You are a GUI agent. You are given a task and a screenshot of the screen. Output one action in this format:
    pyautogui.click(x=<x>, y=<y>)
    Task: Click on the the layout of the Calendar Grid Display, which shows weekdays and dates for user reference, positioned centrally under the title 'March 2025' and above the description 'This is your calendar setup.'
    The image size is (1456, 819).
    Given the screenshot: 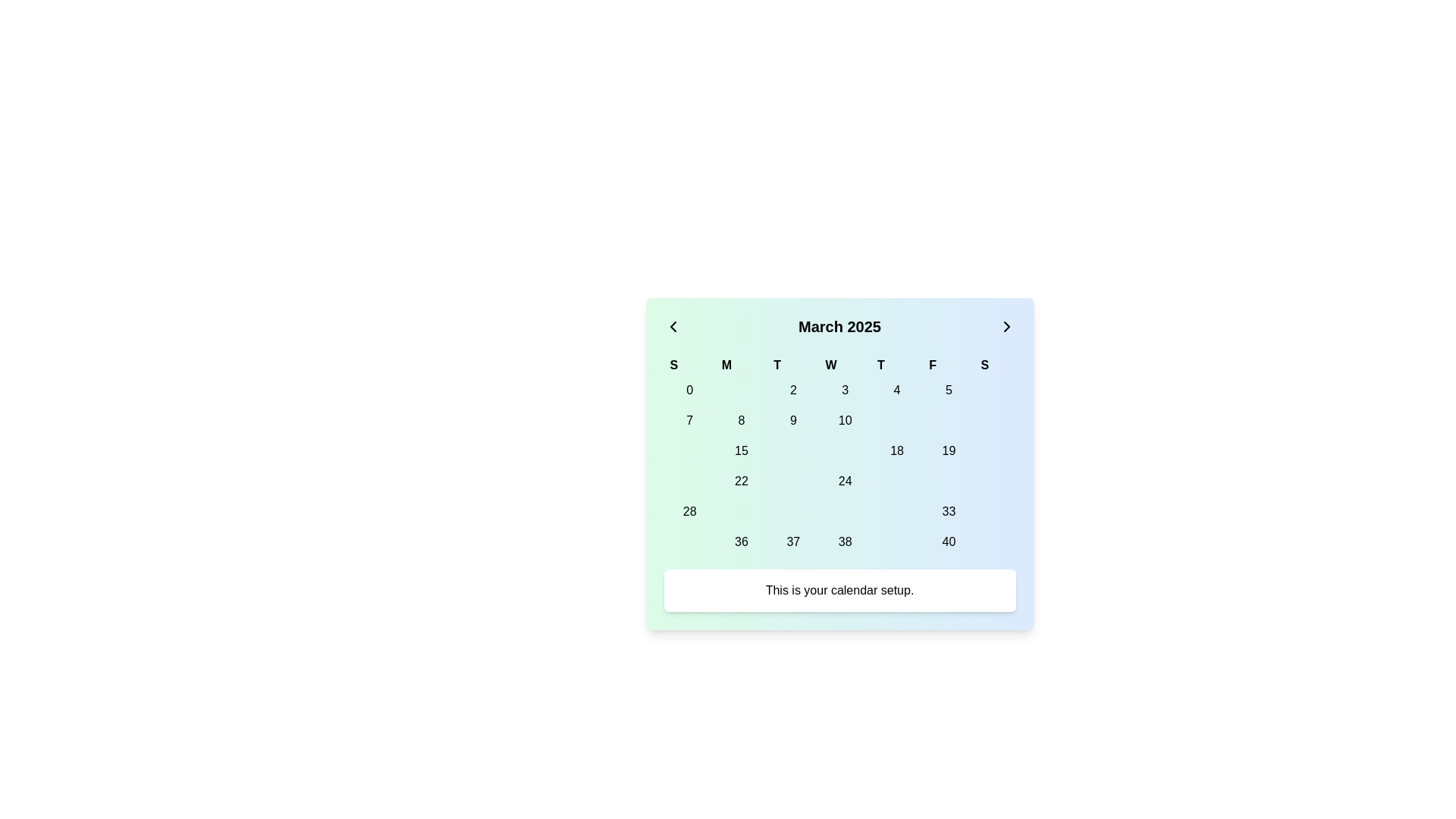 What is the action you would take?
    pyautogui.click(x=839, y=455)
    